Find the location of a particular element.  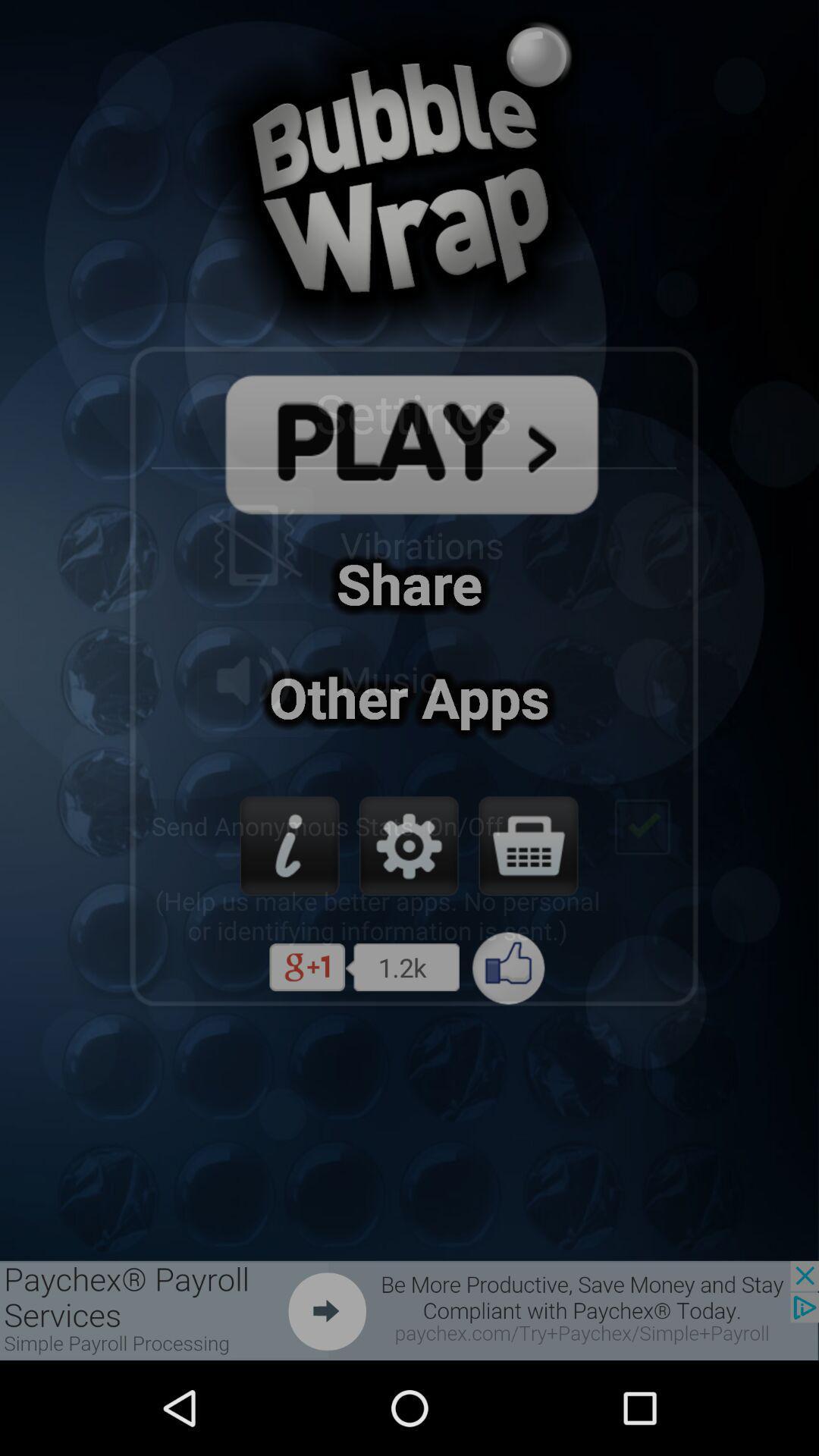

the shop icon is located at coordinates (528, 905).